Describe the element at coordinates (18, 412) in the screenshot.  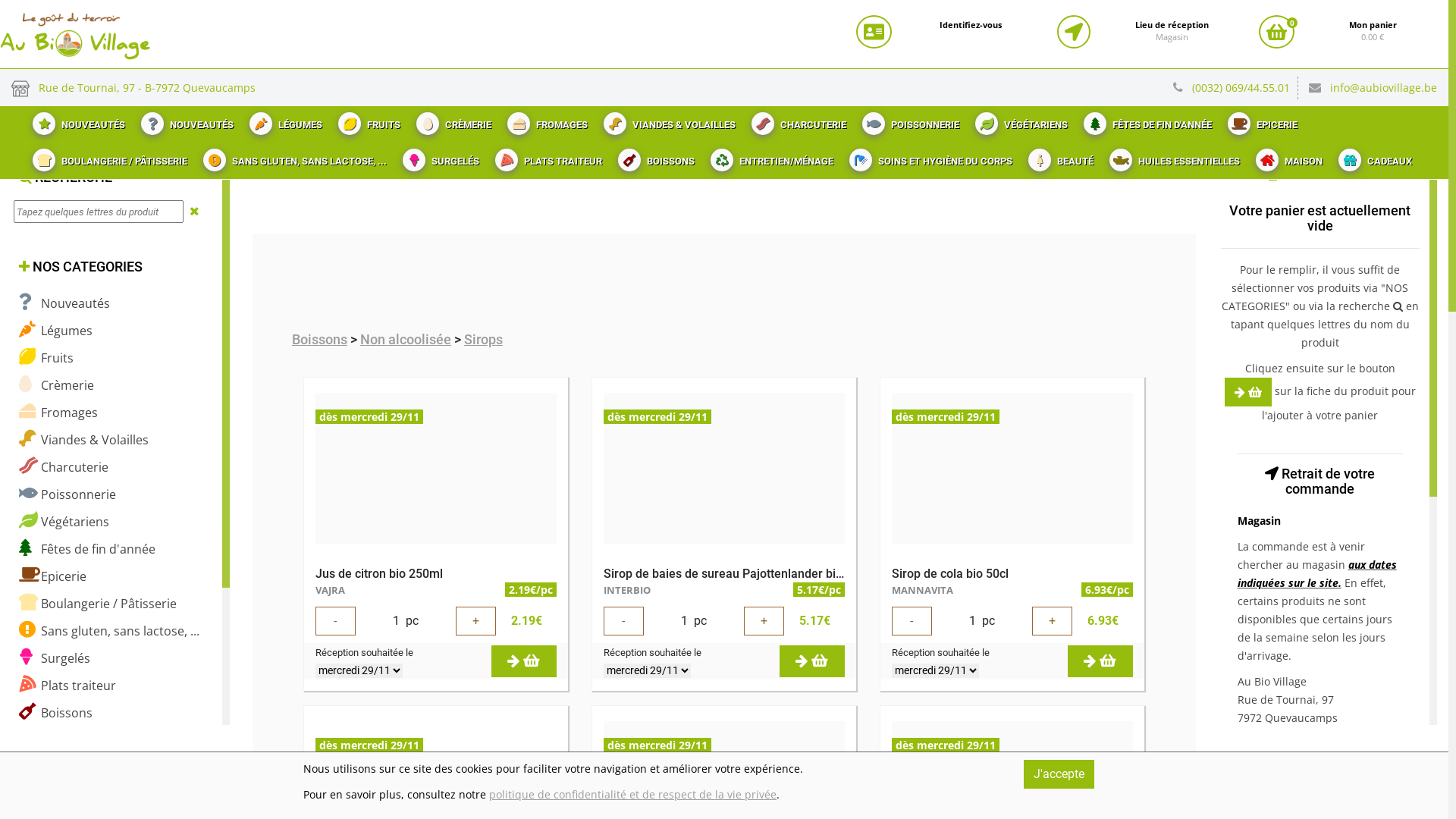
I see `'Fromages'` at that location.